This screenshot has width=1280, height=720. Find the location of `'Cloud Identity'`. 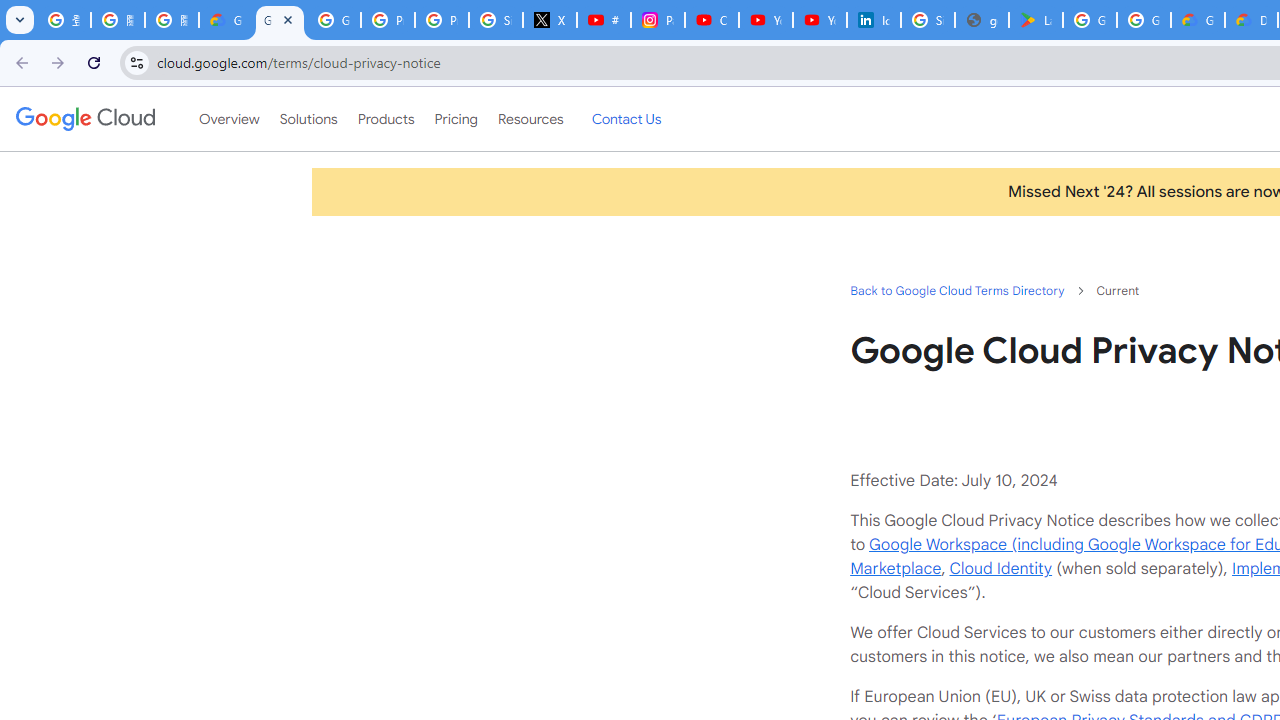

'Cloud Identity' is located at coordinates (1000, 568).